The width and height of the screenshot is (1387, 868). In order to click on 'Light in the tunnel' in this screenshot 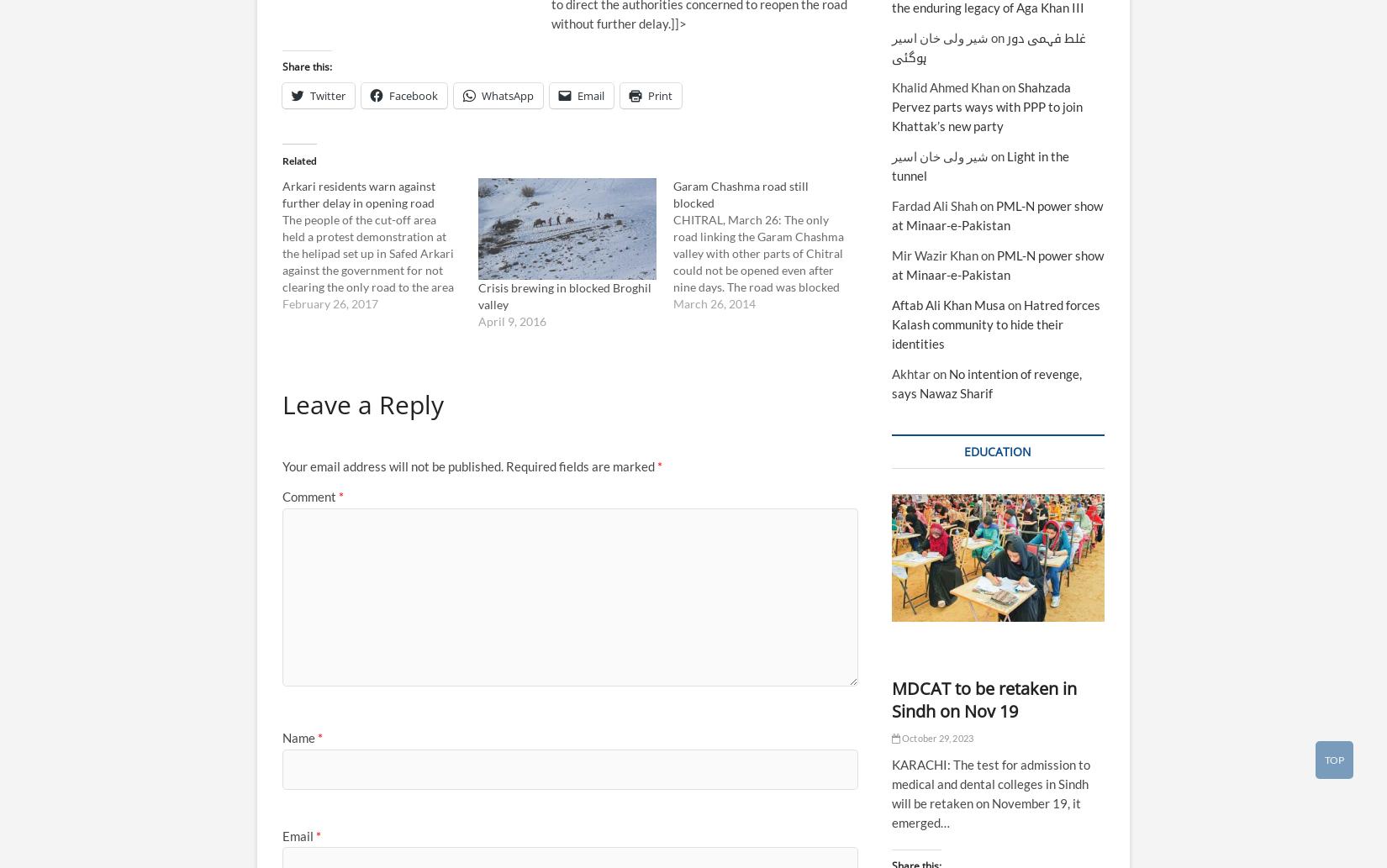, I will do `click(979, 164)`.